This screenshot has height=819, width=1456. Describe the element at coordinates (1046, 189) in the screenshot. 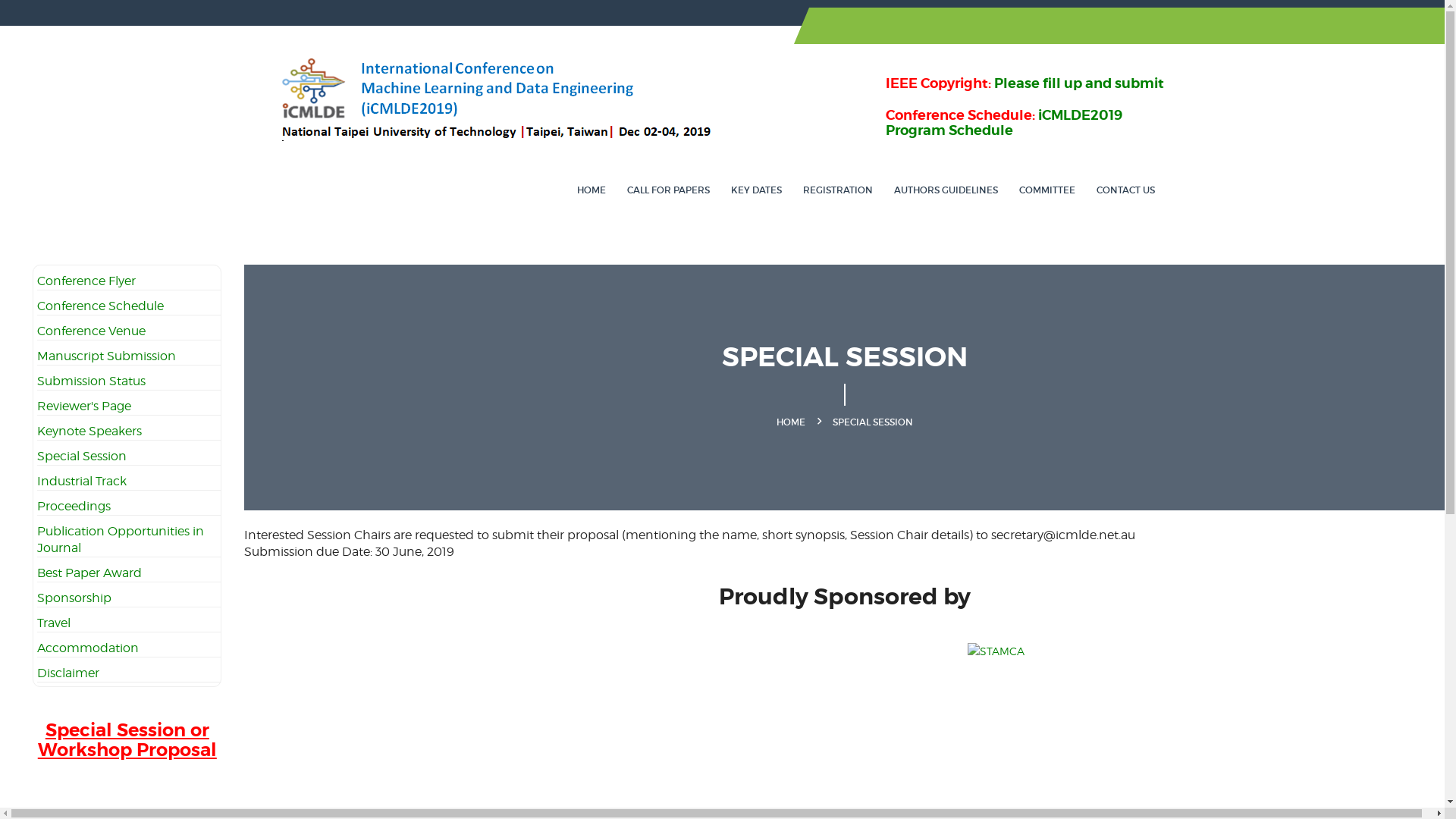

I see `'COMMITTEE'` at that location.